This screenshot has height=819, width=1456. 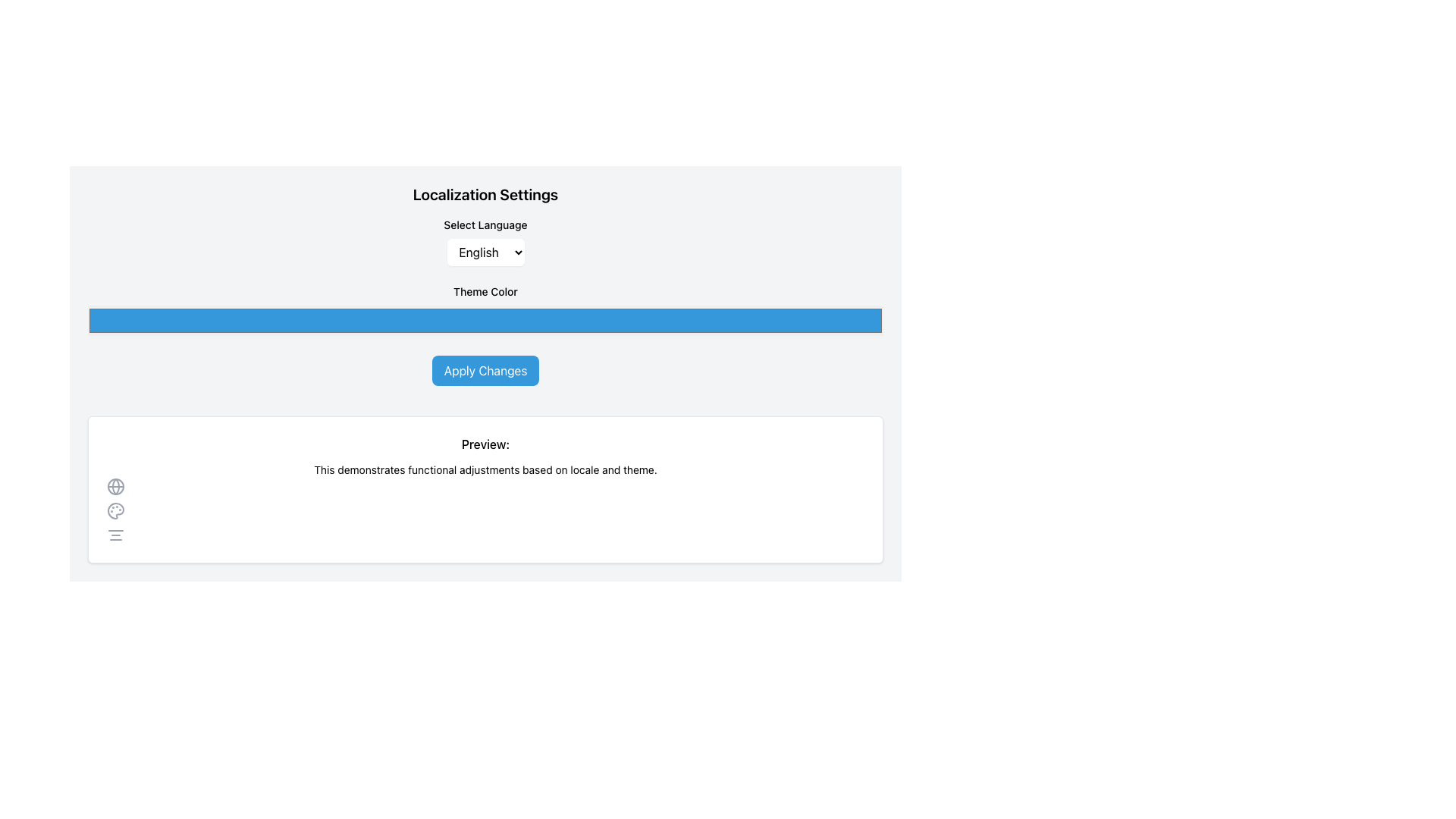 What do you see at coordinates (485, 371) in the screenshot?
I see `the button in the 'Localization Settings' area to apply the selected language and theme color settings` at bounding box center [485, 371].